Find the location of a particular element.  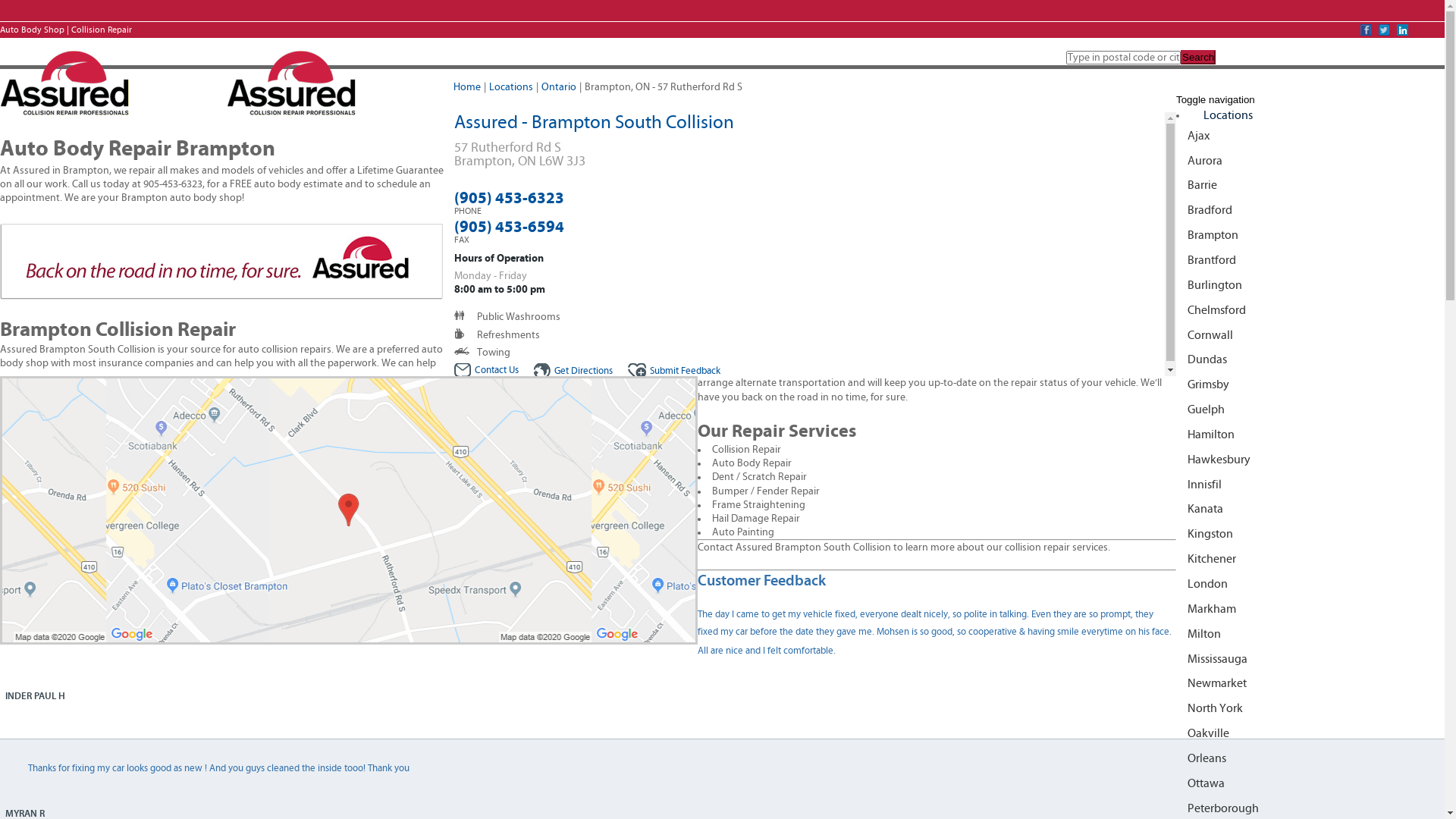

'Oakville' is located at coordinates (1175, 733).